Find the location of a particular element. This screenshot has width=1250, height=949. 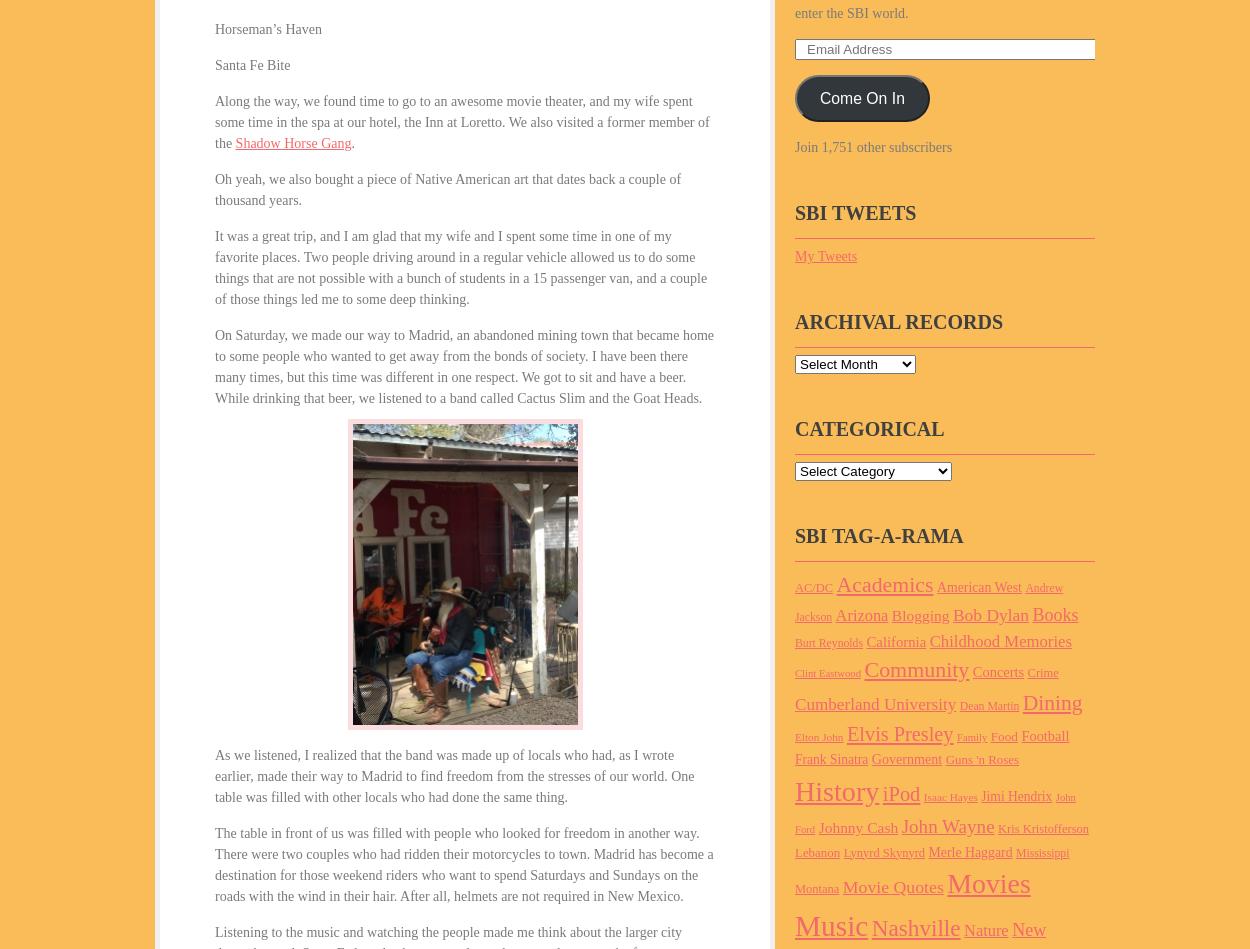

'Dining' is located at coordinates (1052, 701).